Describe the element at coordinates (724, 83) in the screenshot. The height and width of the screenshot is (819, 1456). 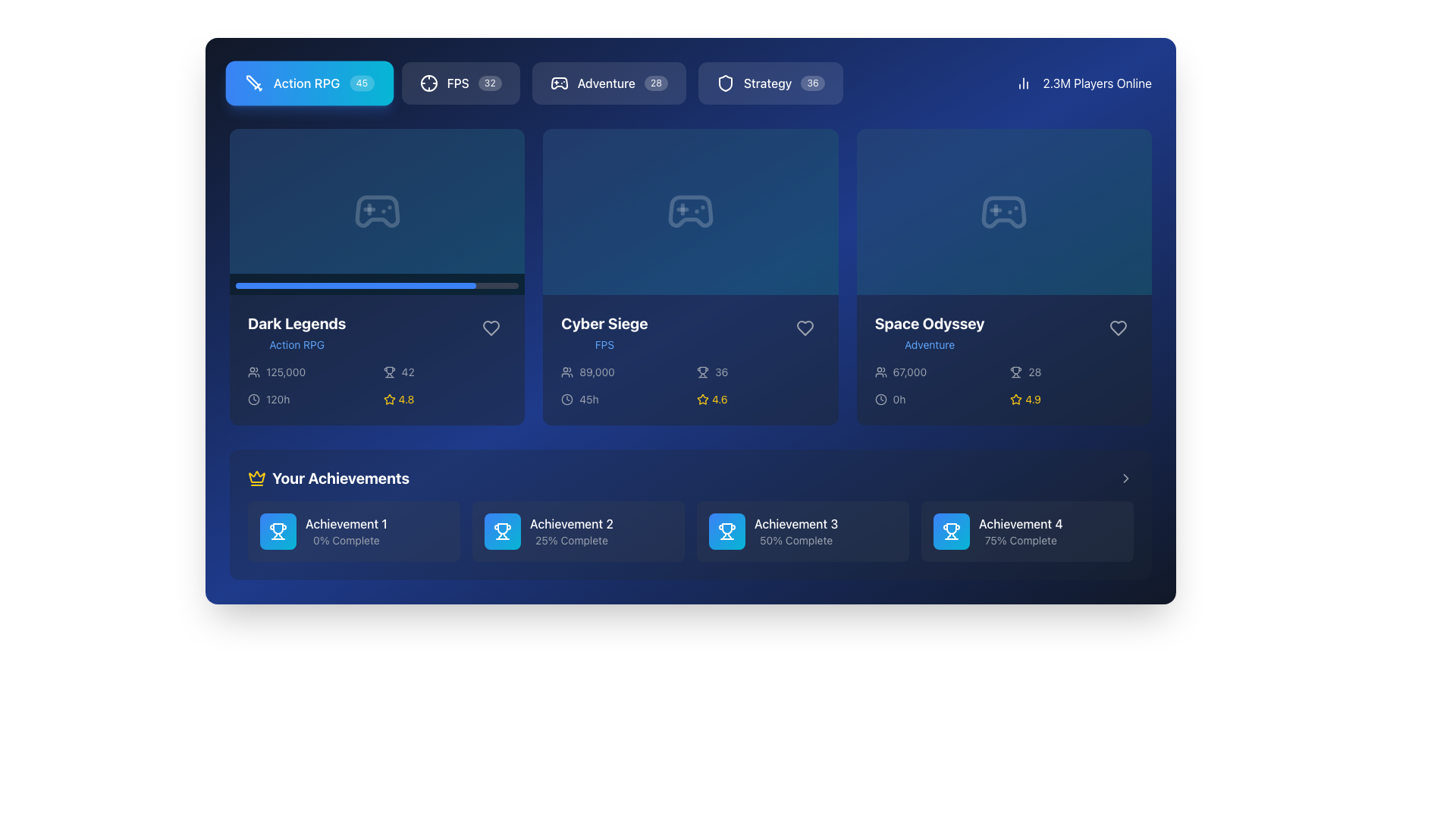
I see `the shield icon in the header section` at that location.